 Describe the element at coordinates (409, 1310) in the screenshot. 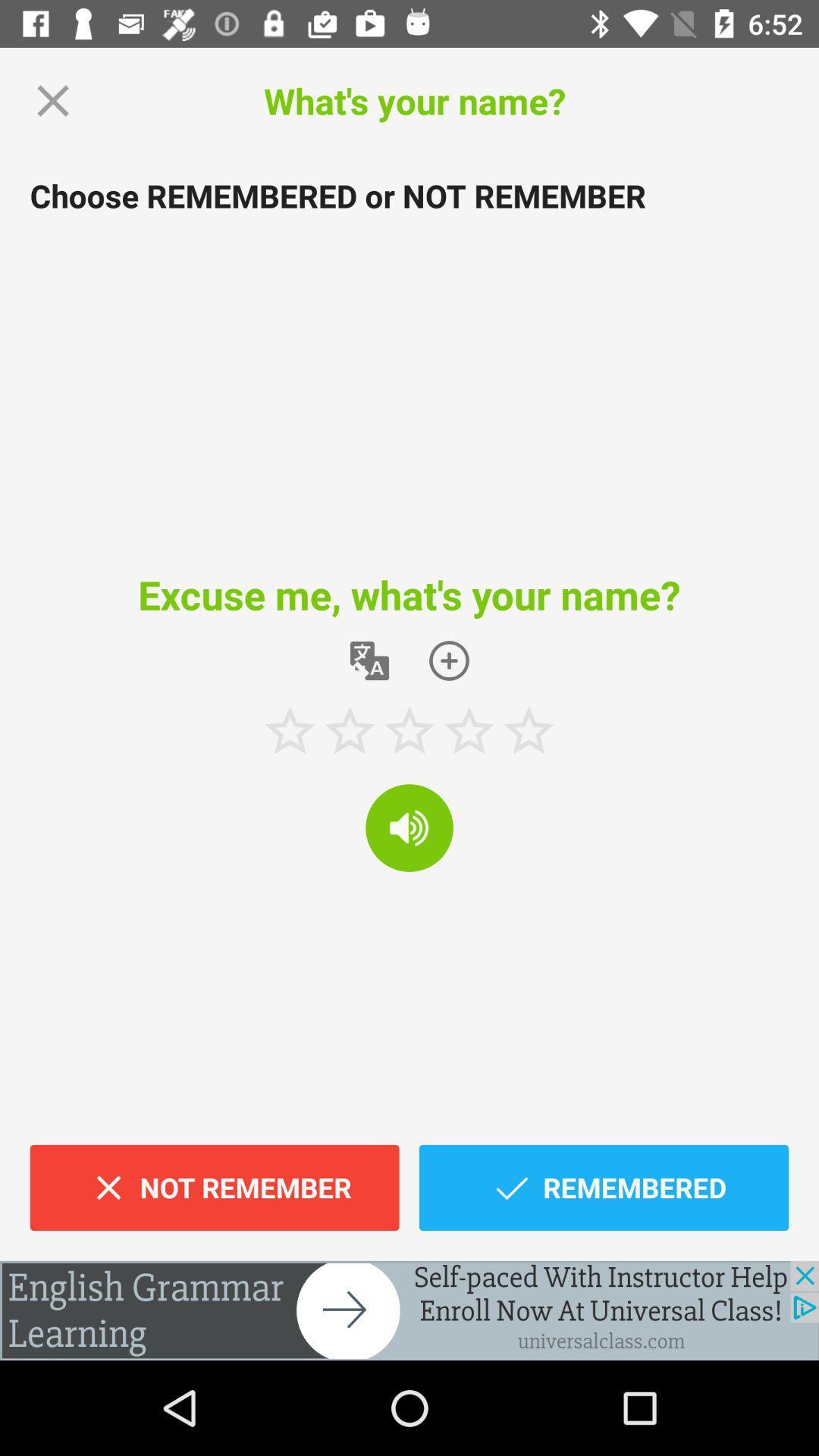

I see `it is an advertisement` at that location.